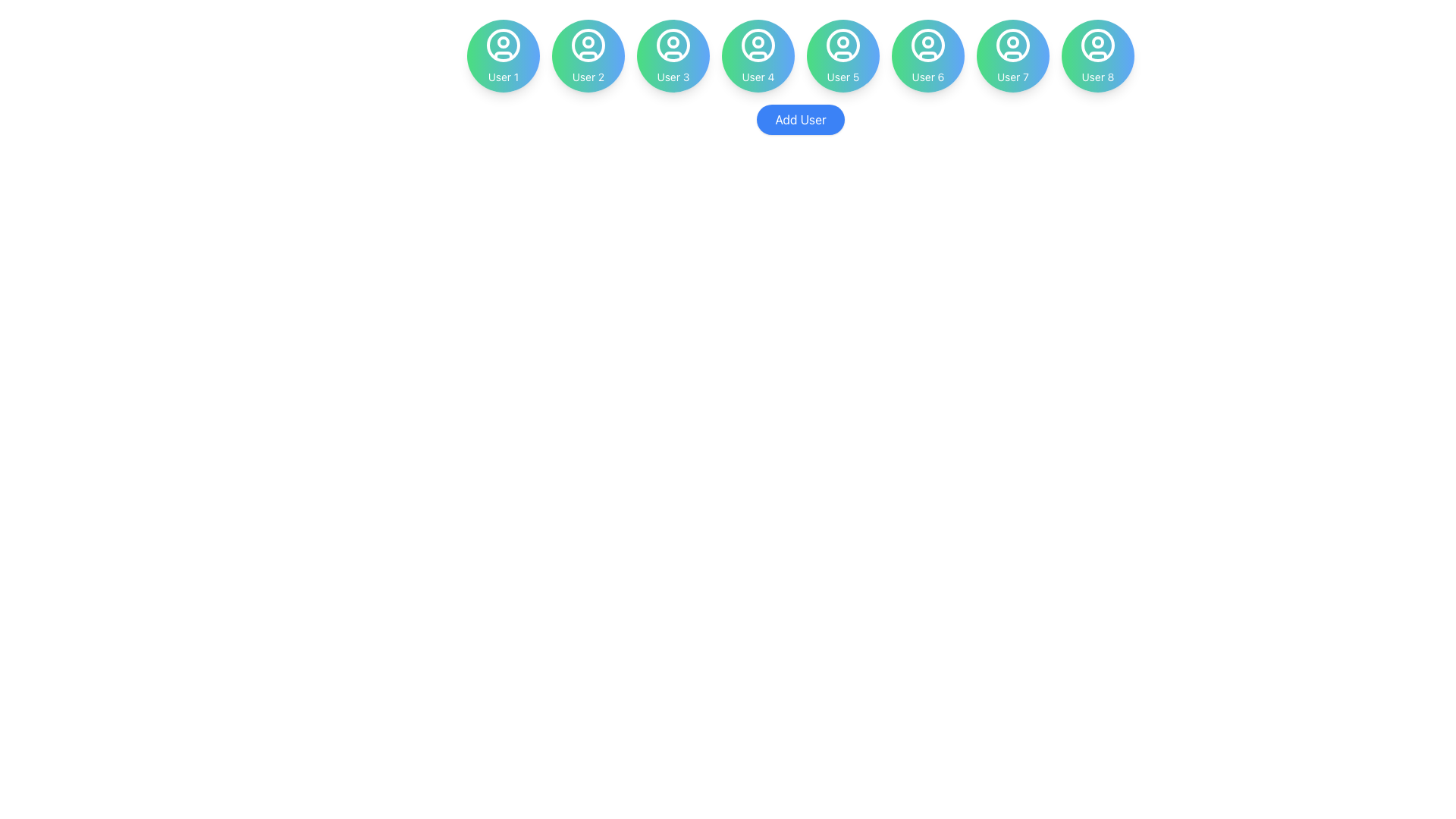  Describe the element at coordinates (800, 119) in the screenshot. I see `the button located below the row of circular user icons, which is centered horizontally with respect to the row, to initiate user creation` at that location.